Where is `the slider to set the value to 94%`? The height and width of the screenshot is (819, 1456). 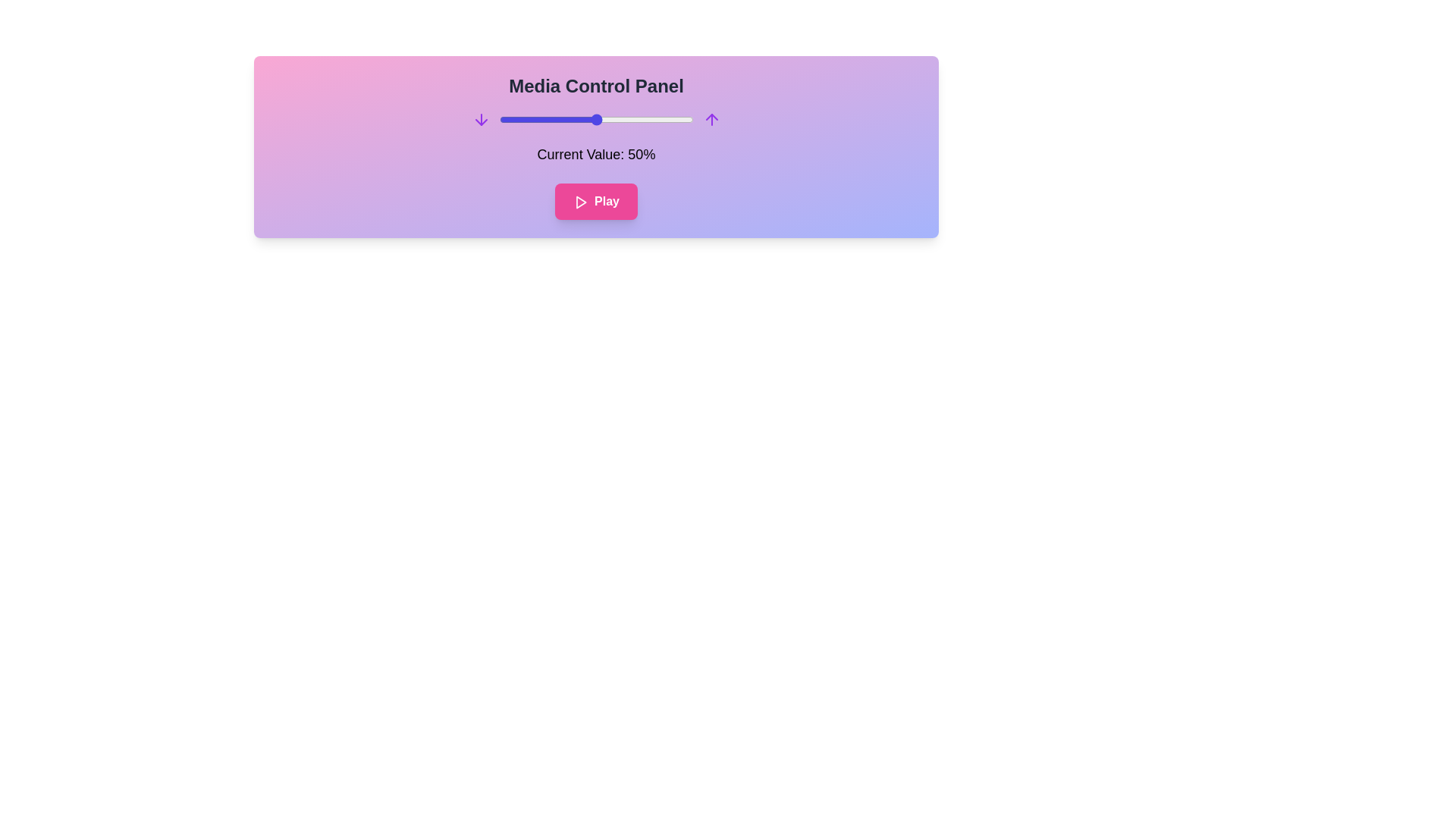 the slider to set the value to 94% is located at coordinates (681, 119).